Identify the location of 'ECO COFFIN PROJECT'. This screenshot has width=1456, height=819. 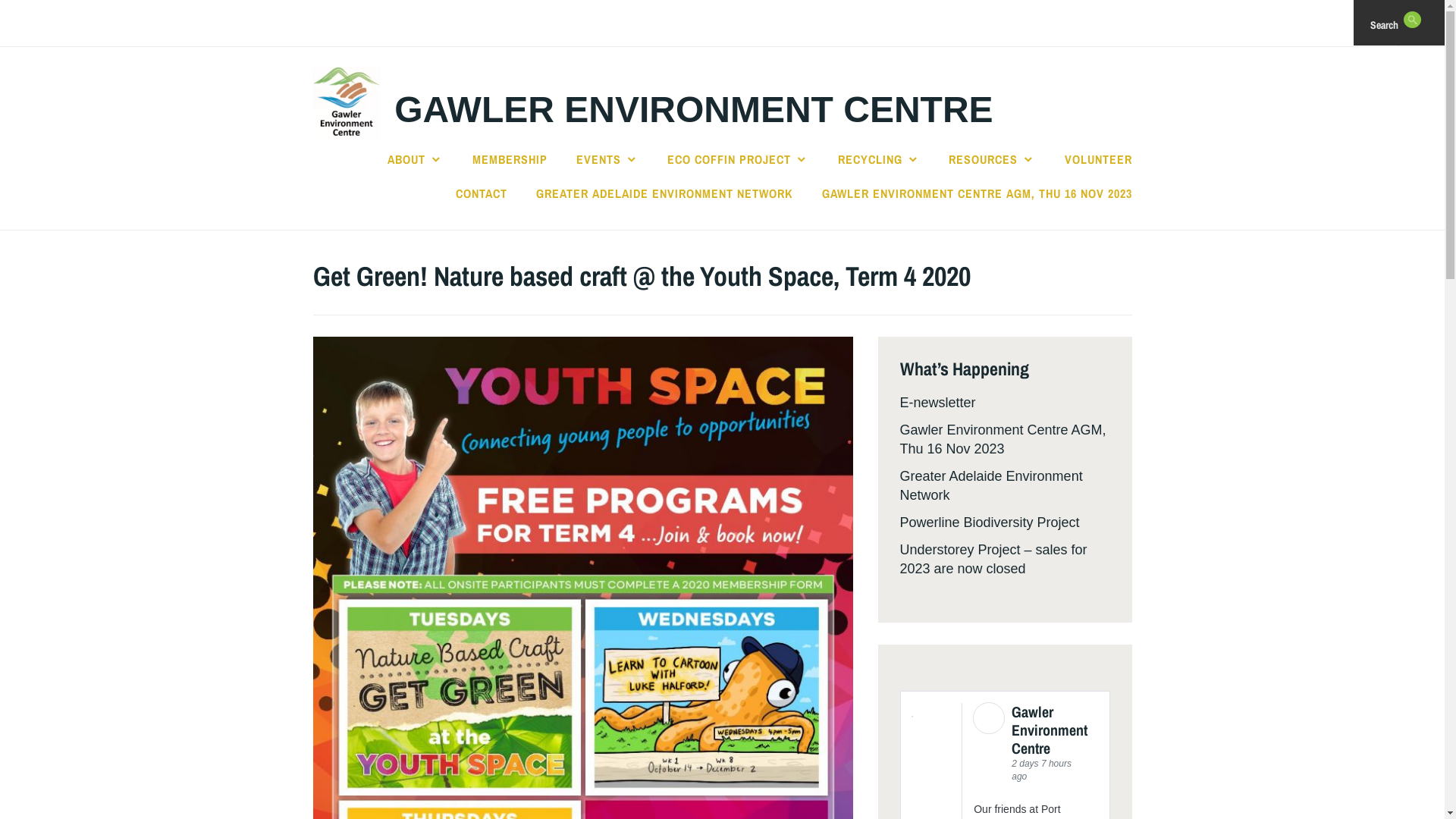
(667, 158).